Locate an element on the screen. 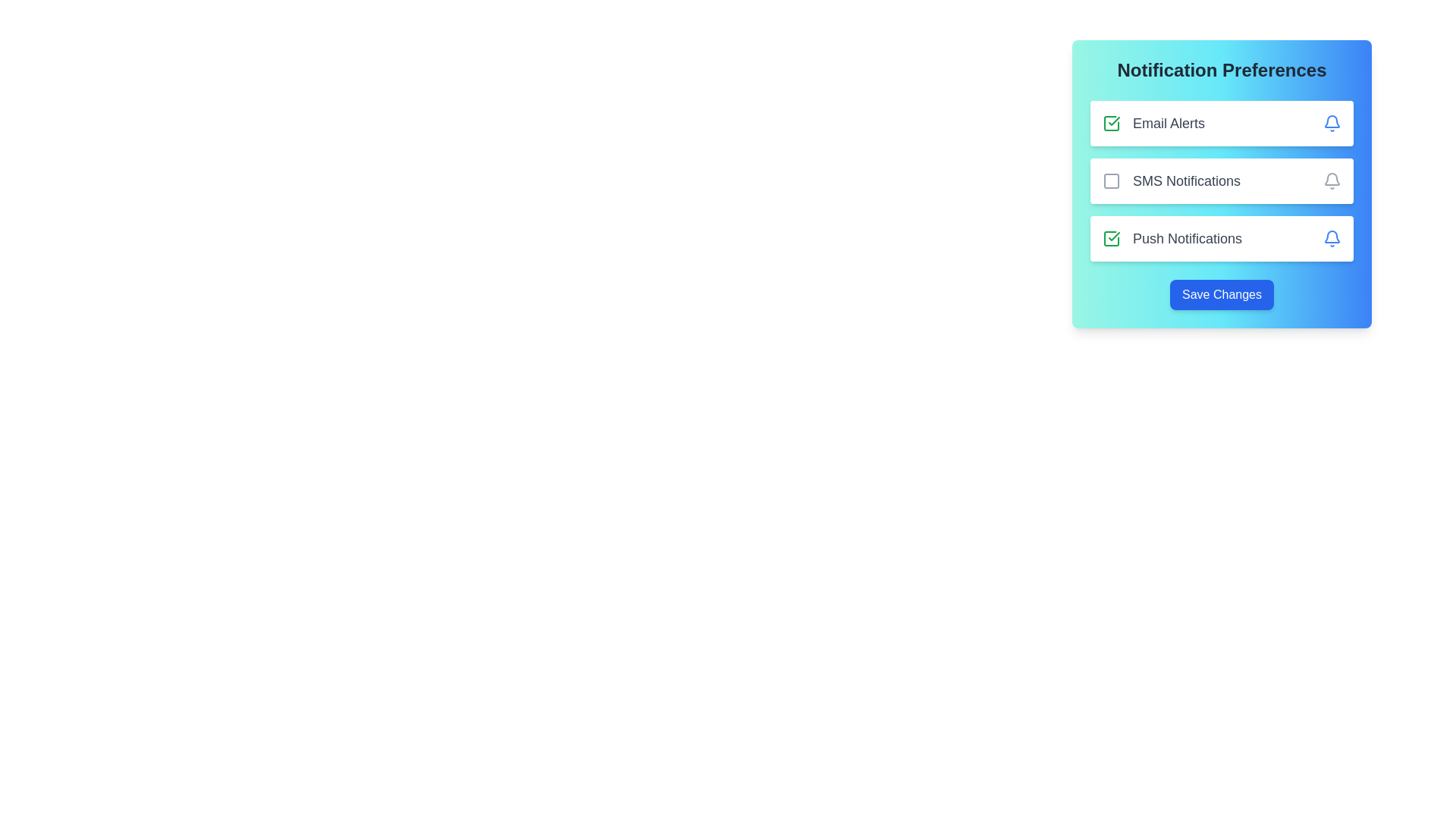  text label 'Push Notifications' which is the third text label in the list of notification preferences, located within a white card with rounded corners is located at coordinates (1186, 239).